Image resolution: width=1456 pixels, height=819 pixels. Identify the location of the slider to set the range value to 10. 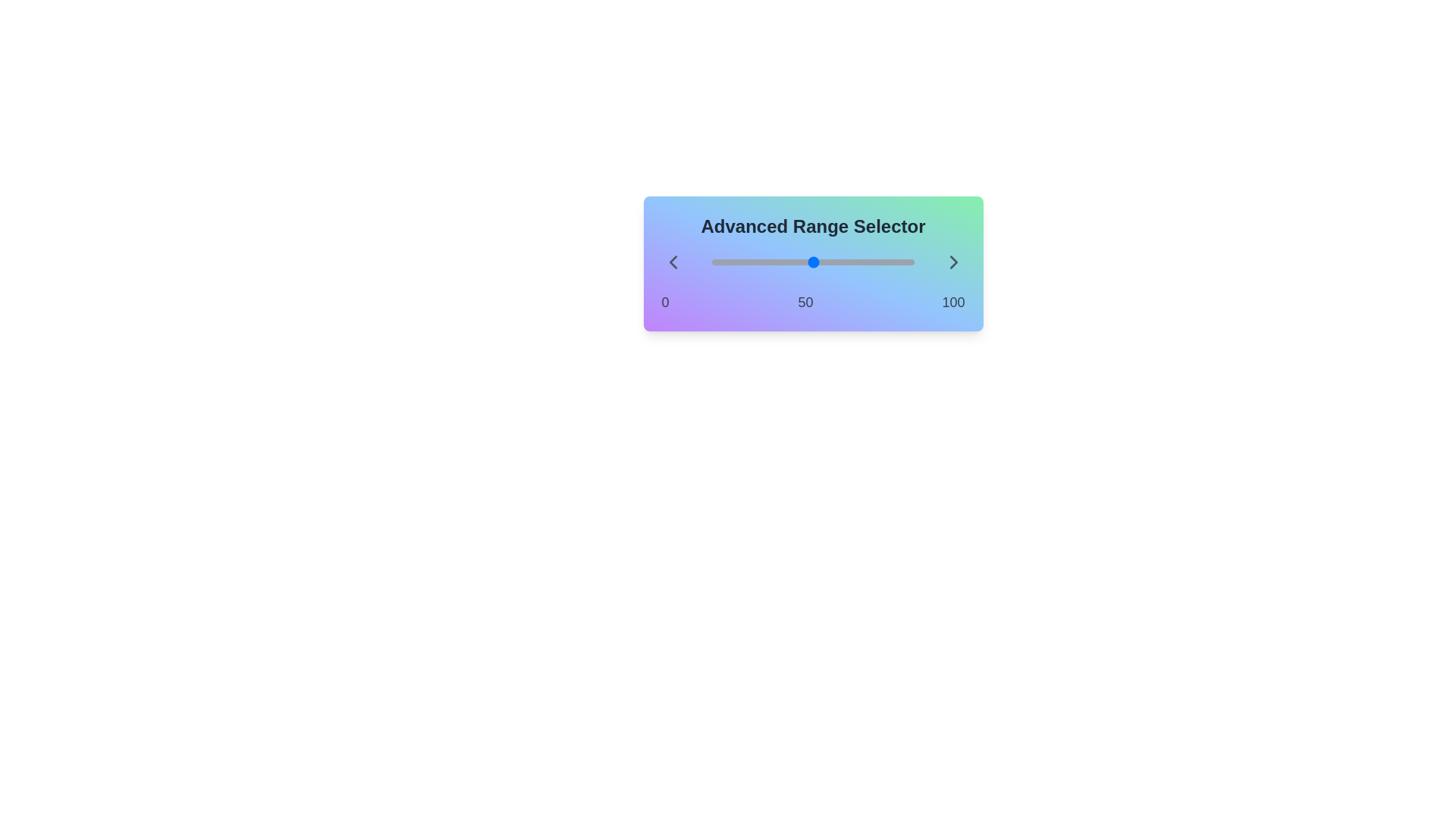
(711, 262).